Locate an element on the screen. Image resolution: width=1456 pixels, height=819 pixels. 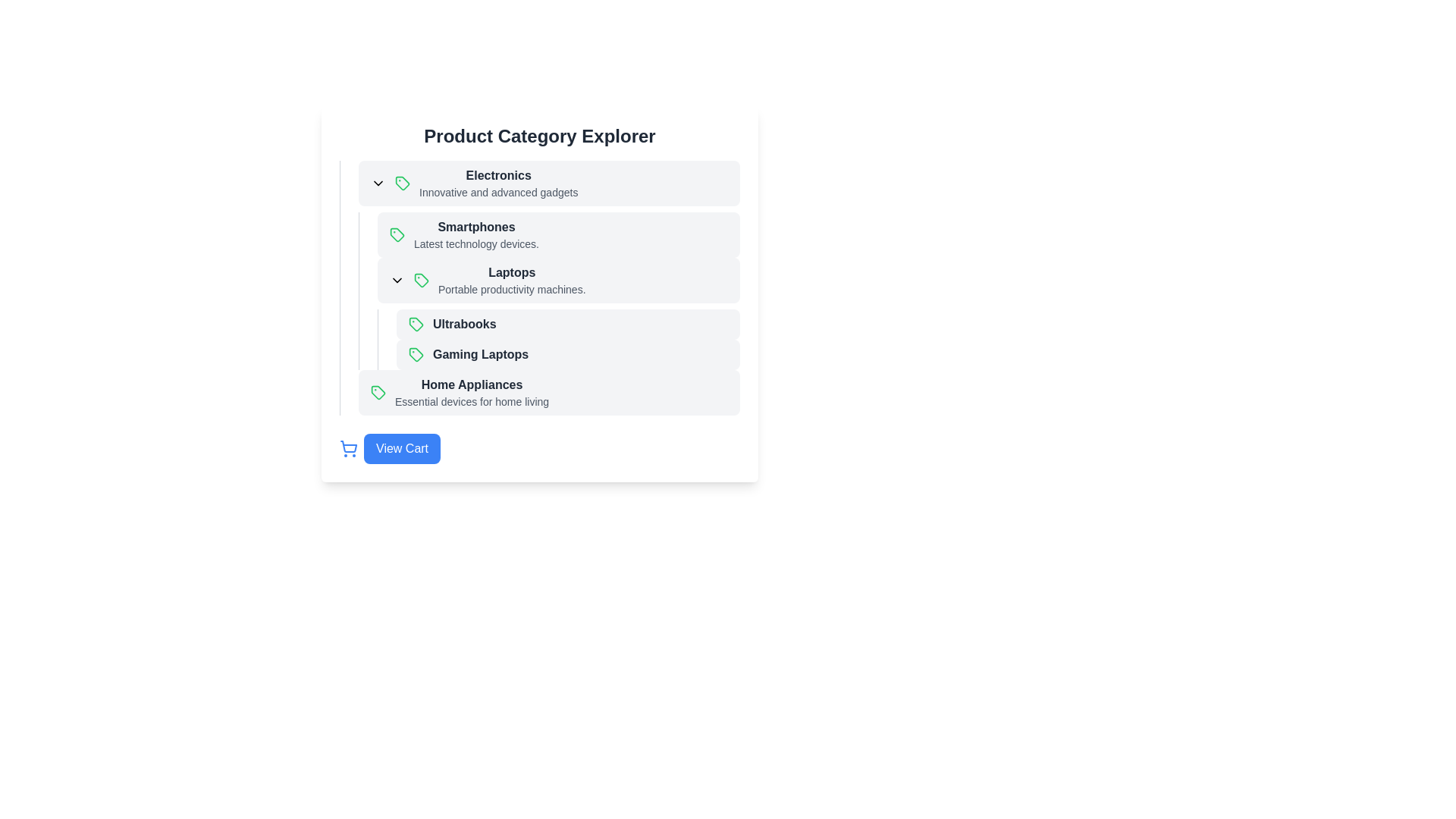
the 'Home Appliances' list item in the Product Category Explorer for additional information is located at coordinates (539, 391).